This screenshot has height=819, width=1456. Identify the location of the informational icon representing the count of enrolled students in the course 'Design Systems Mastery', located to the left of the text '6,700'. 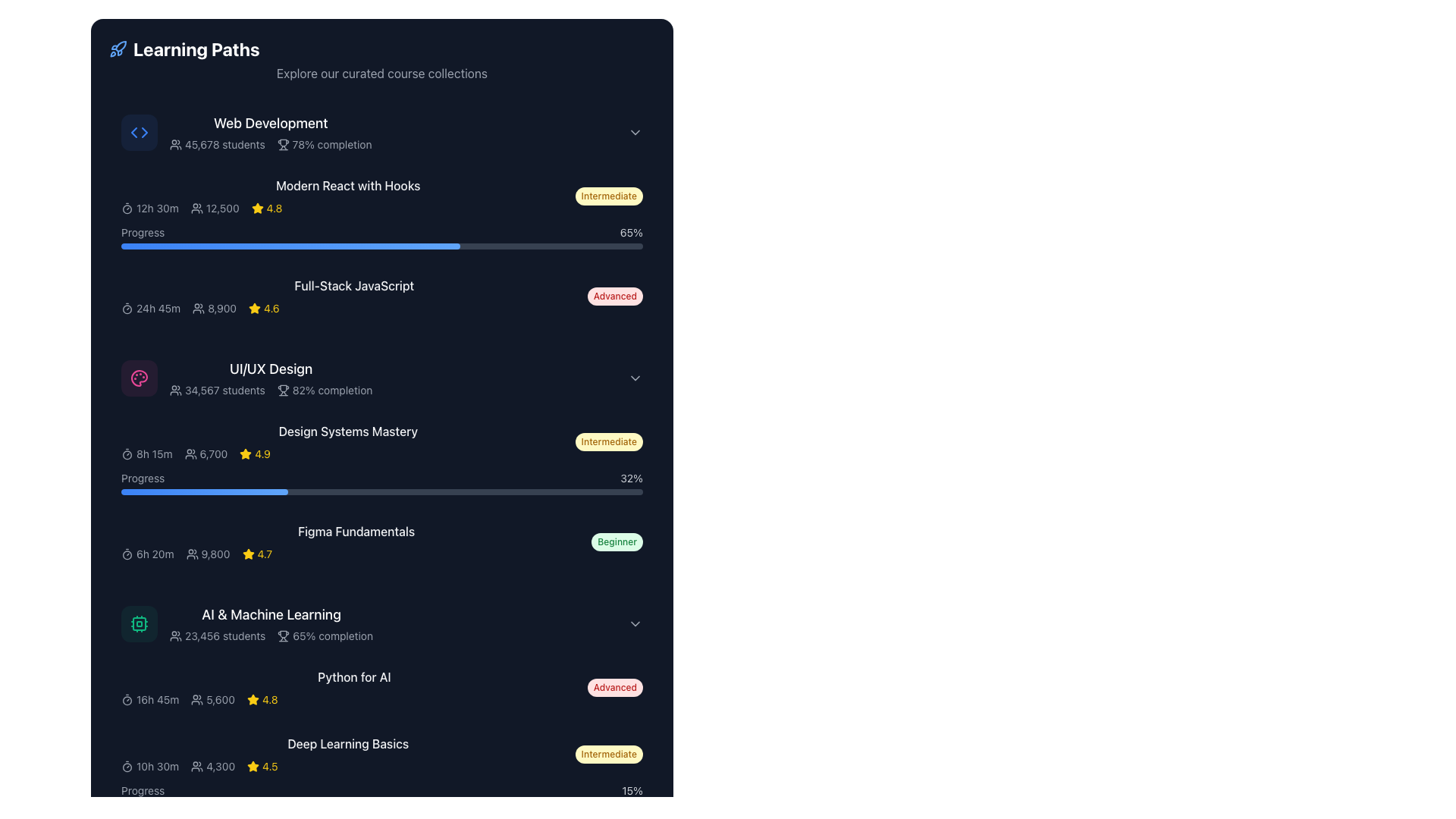
(190, 453).